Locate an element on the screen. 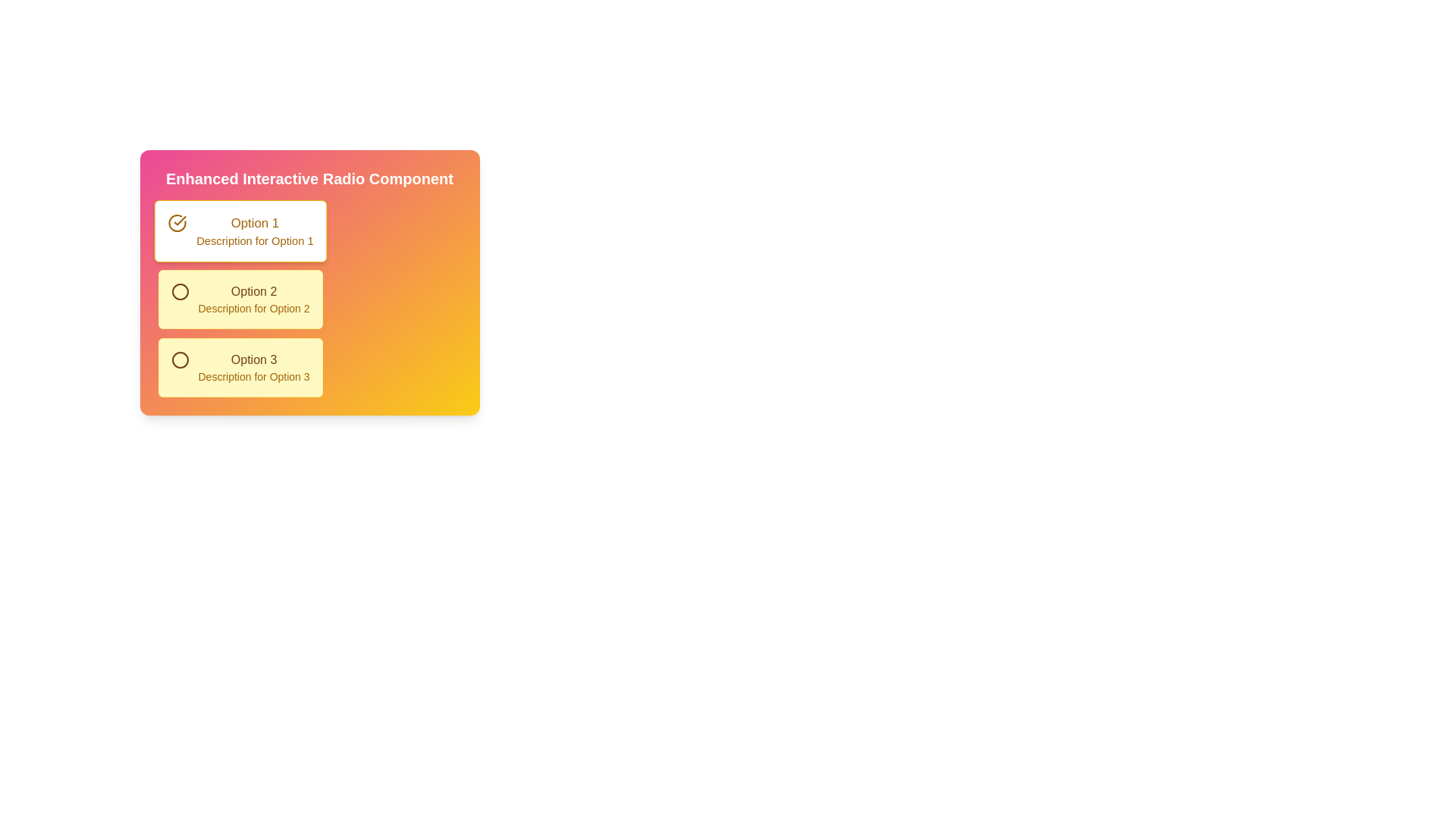  the text label 'Description for Option 3' which provides additional descriptive information for the third option within the radio component, located below 'Option 3' is located at coordinates (254, 376).